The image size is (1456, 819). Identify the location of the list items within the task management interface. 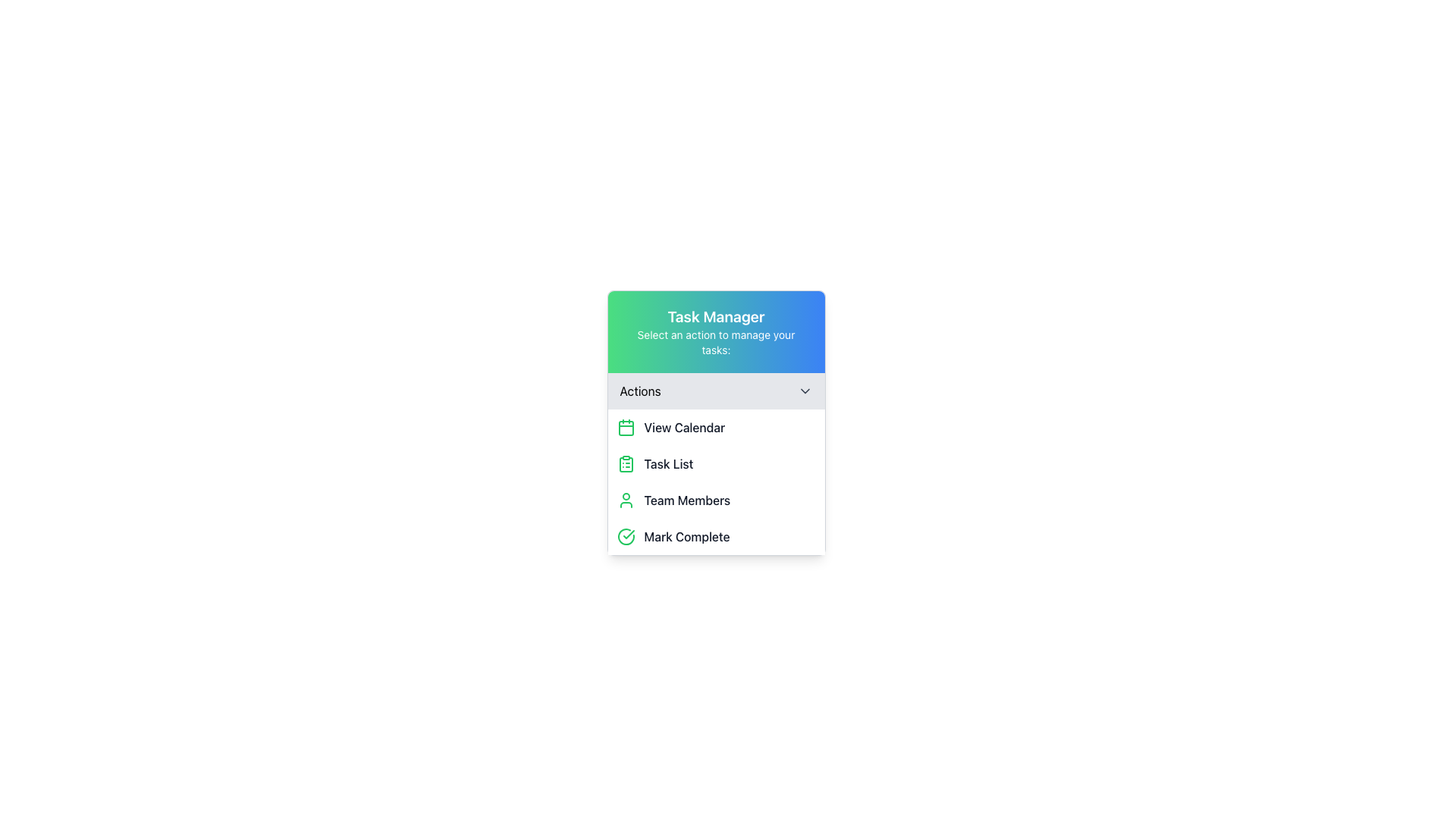
(715, 423).